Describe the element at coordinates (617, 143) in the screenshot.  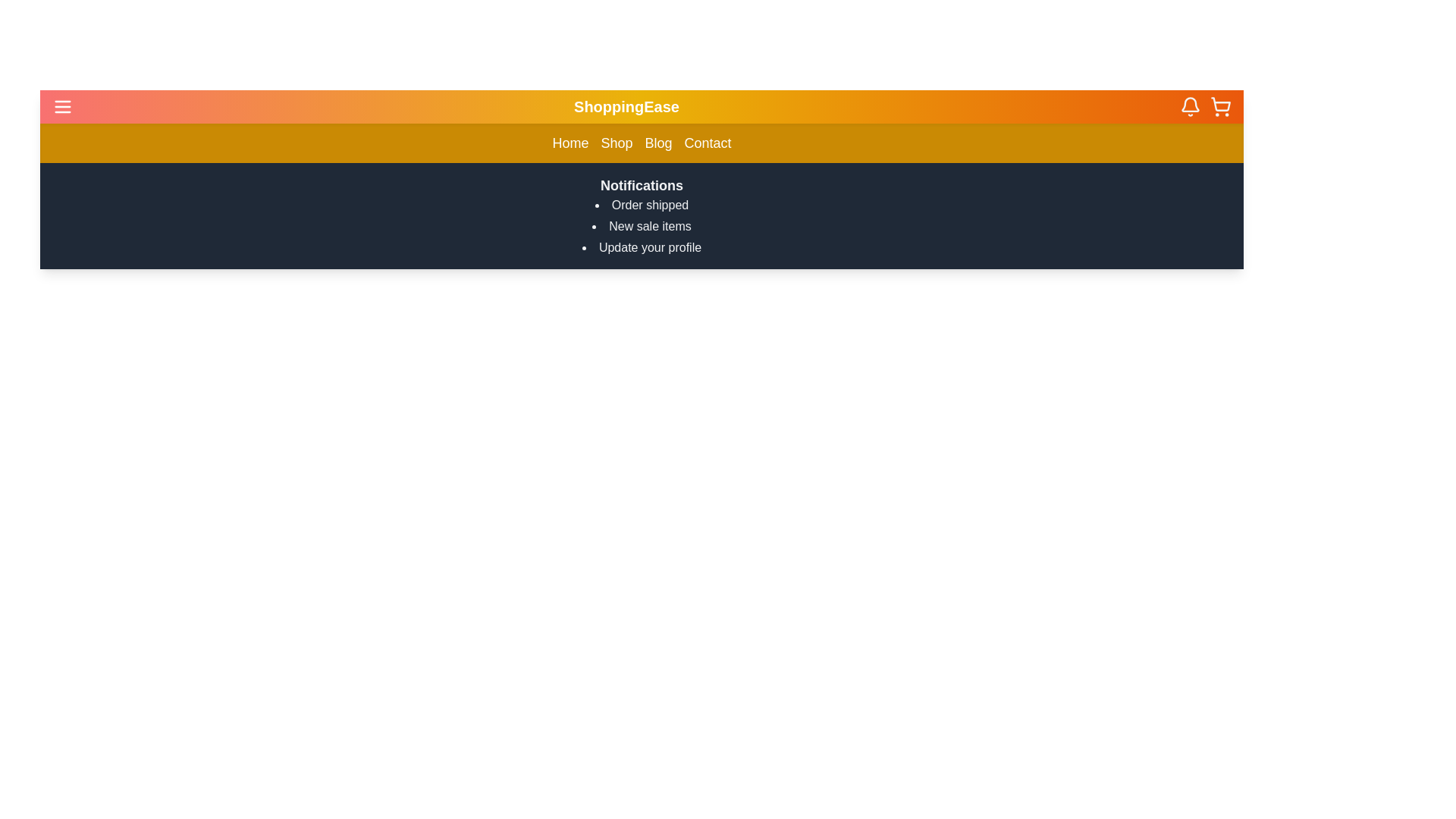
I see `the 'Shop' navigation link, which is the second item in the horizontal navigation menu` at that location.